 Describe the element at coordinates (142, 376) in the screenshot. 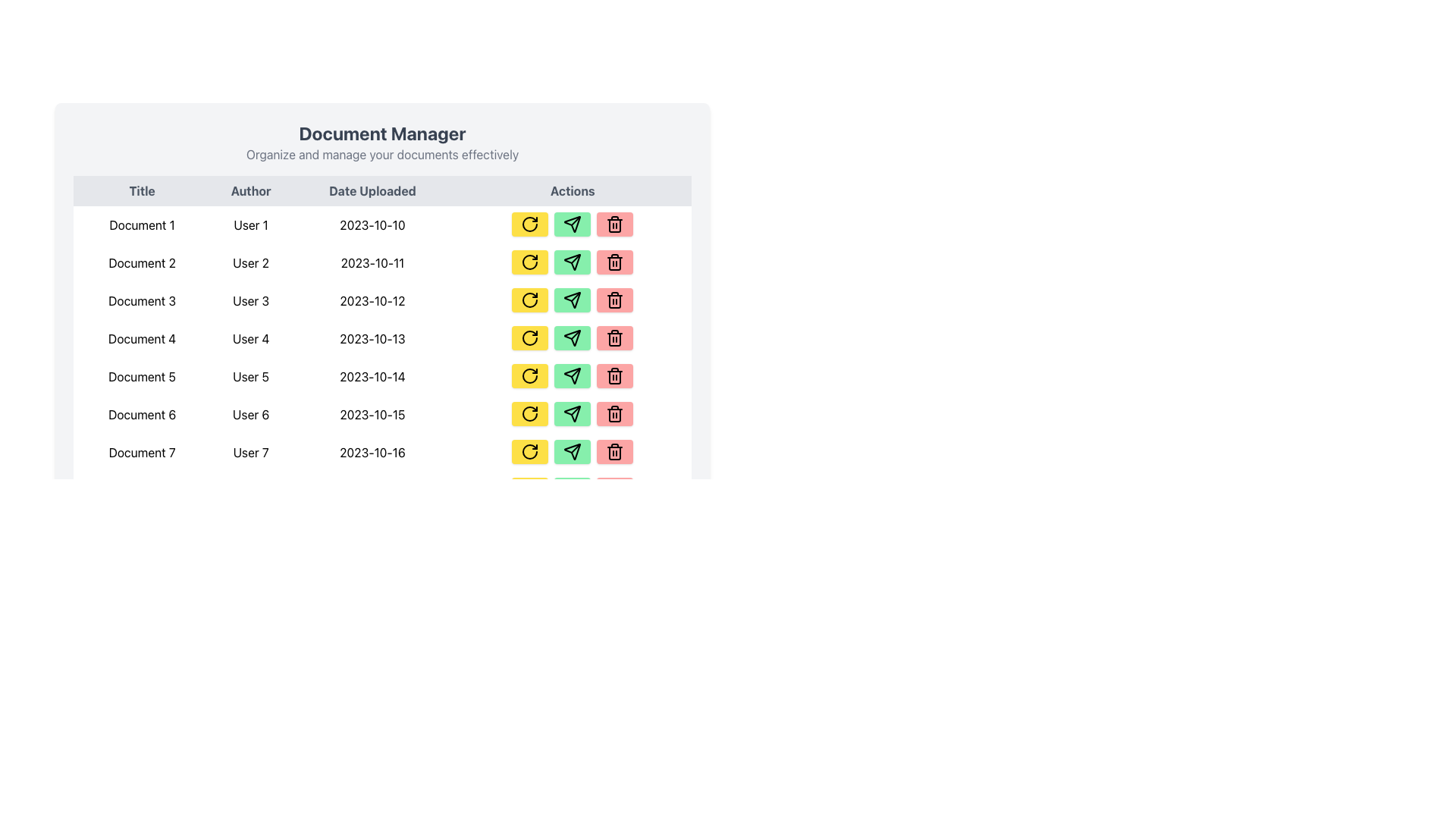

I see `the Text Label indicating the title of the document in the fifth row of the table under the 'Title' column, positioned to the left of 'User 5'` at that location.